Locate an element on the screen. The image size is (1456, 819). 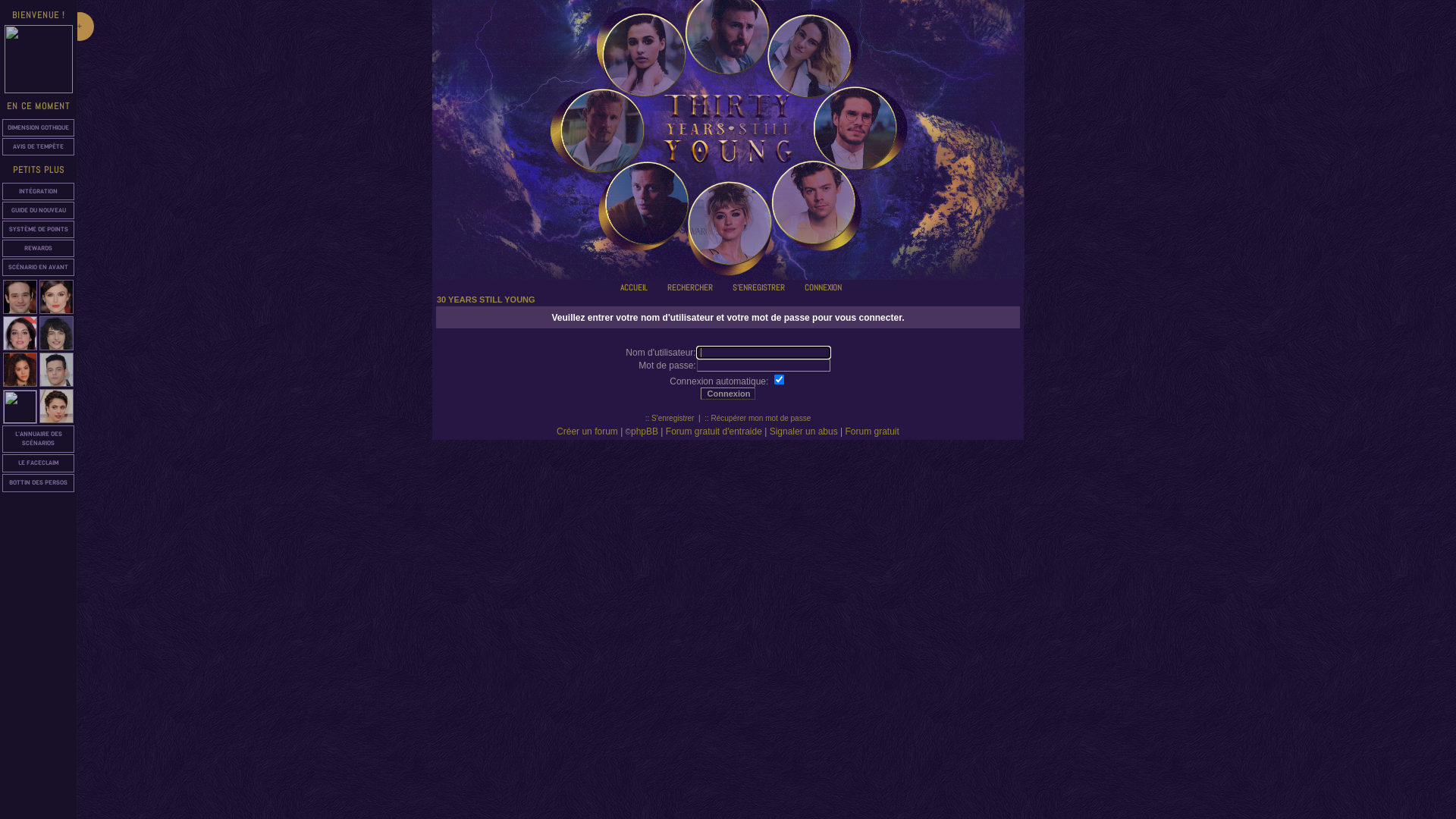
'ACCUEIL' is located at coordinates (607, 287).